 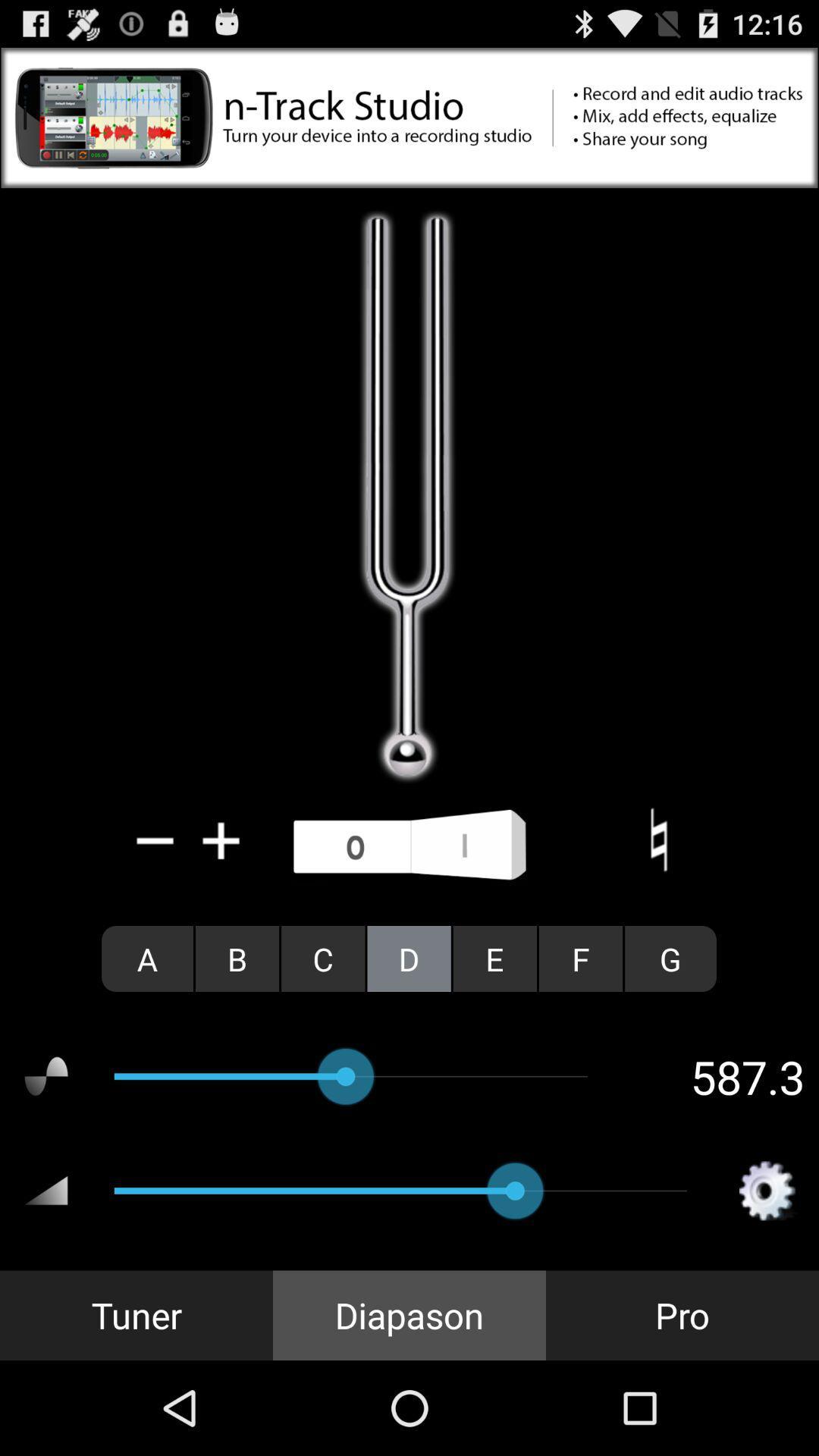 What do you see at coordinates (147, 958) in the screenshot?
I see `a` at bounding box center [147, 958].